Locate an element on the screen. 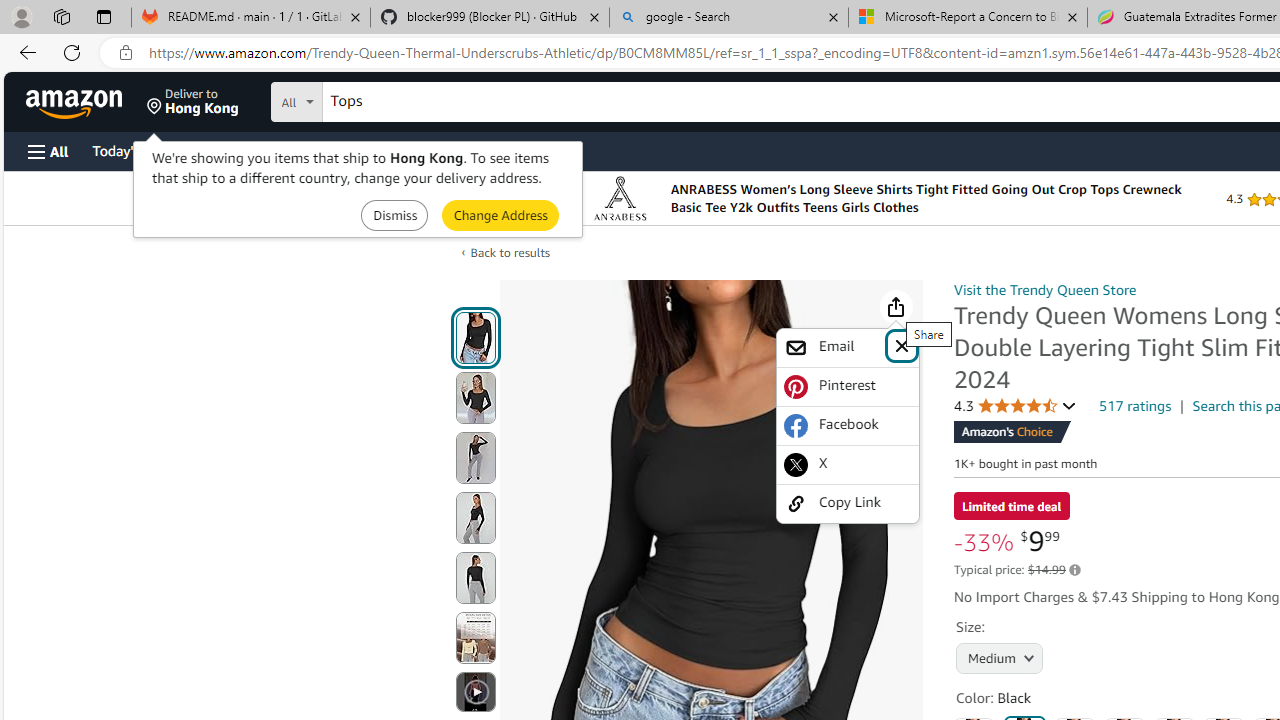 The image size is (1280, 720). 'X' is located at coordinates (848, 464).